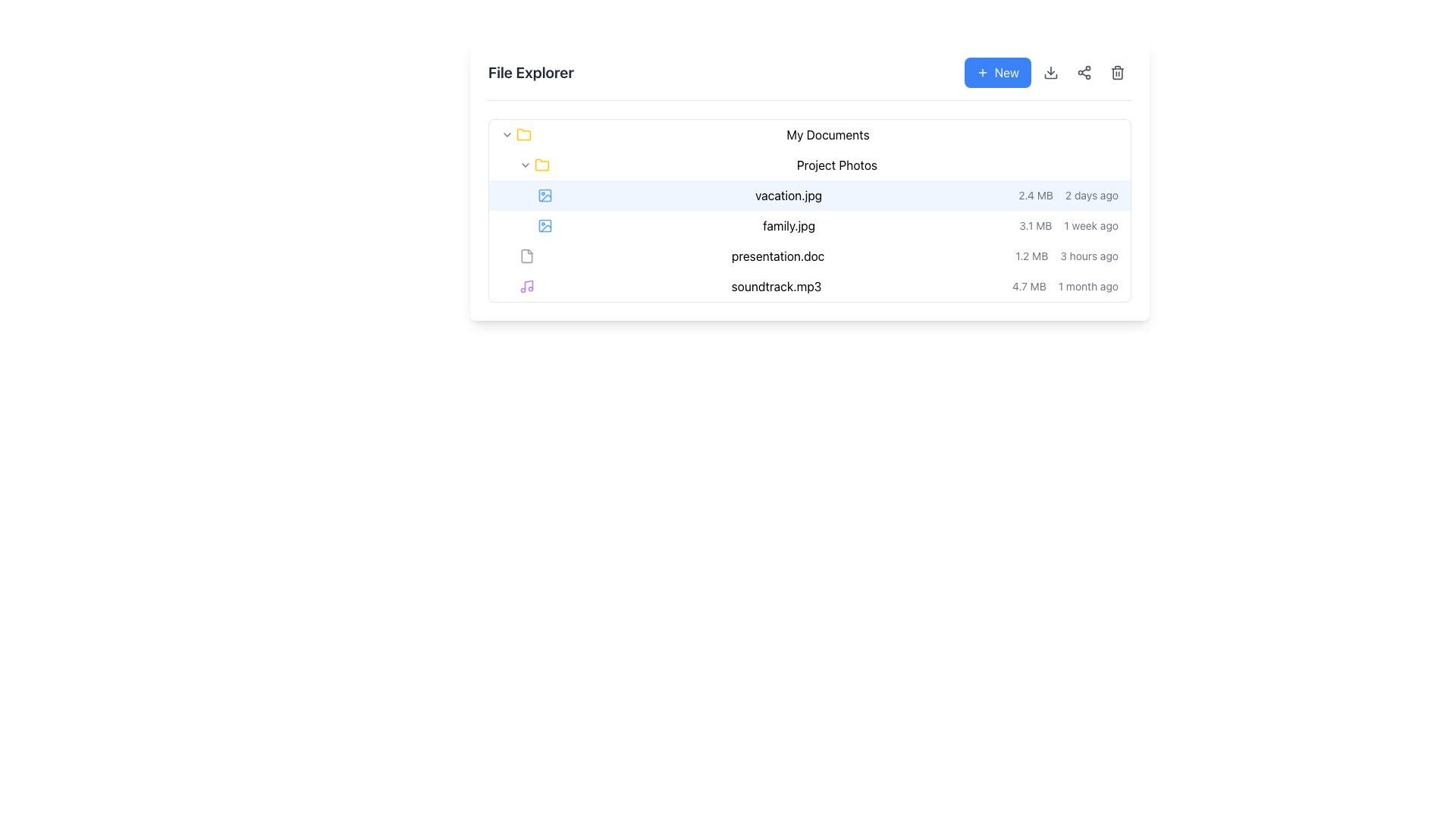  Describe the element at coordinates (527, 287) in the screenshot. I see `the small purple music note icon located to the left of the file name 'soundtrack.mp3' in the file list` at that location.